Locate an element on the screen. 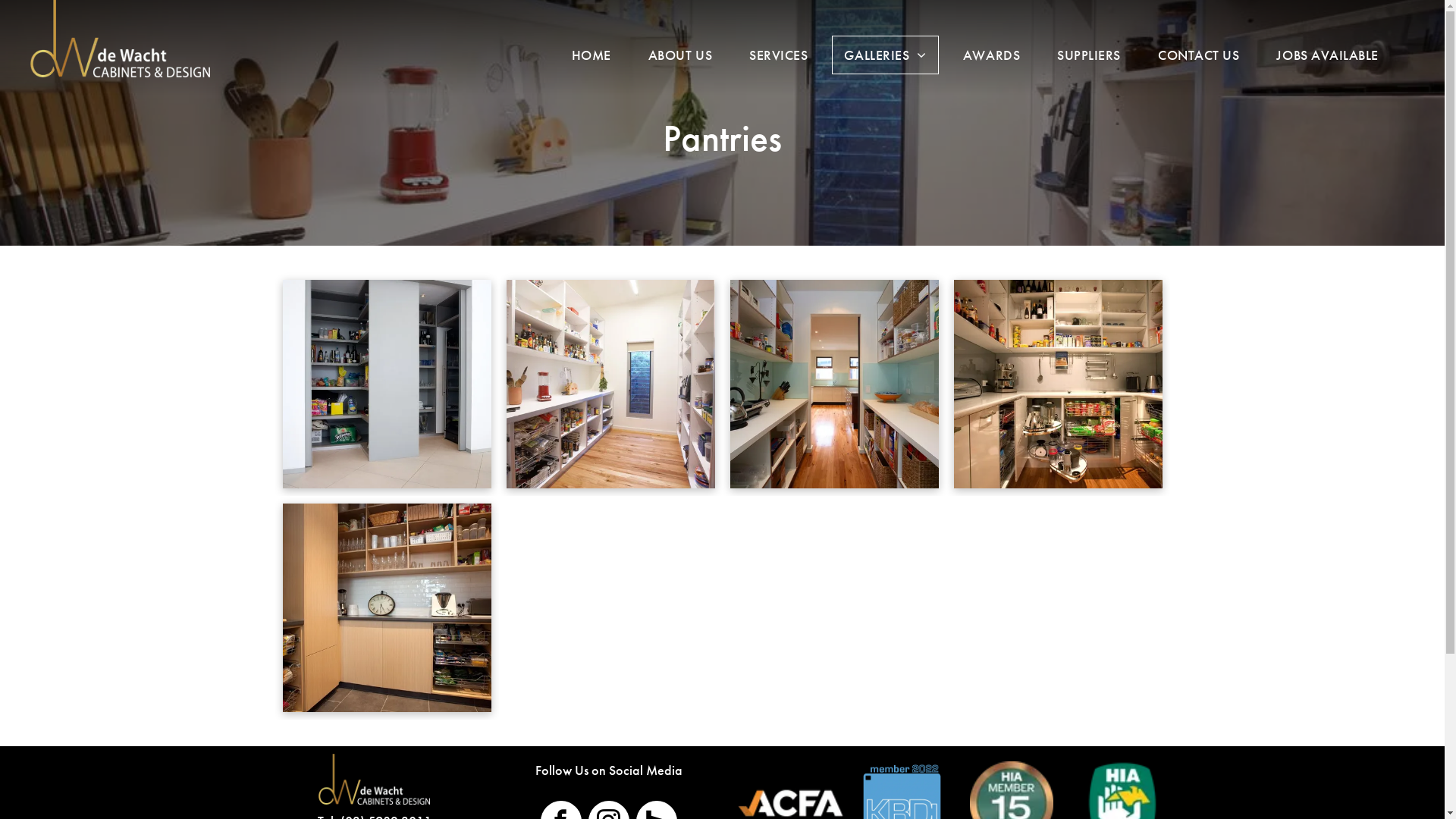 The height and width of the screenshot is (819, 1456). 'SUPPLIERS' is located at coordinates (1043, 54).